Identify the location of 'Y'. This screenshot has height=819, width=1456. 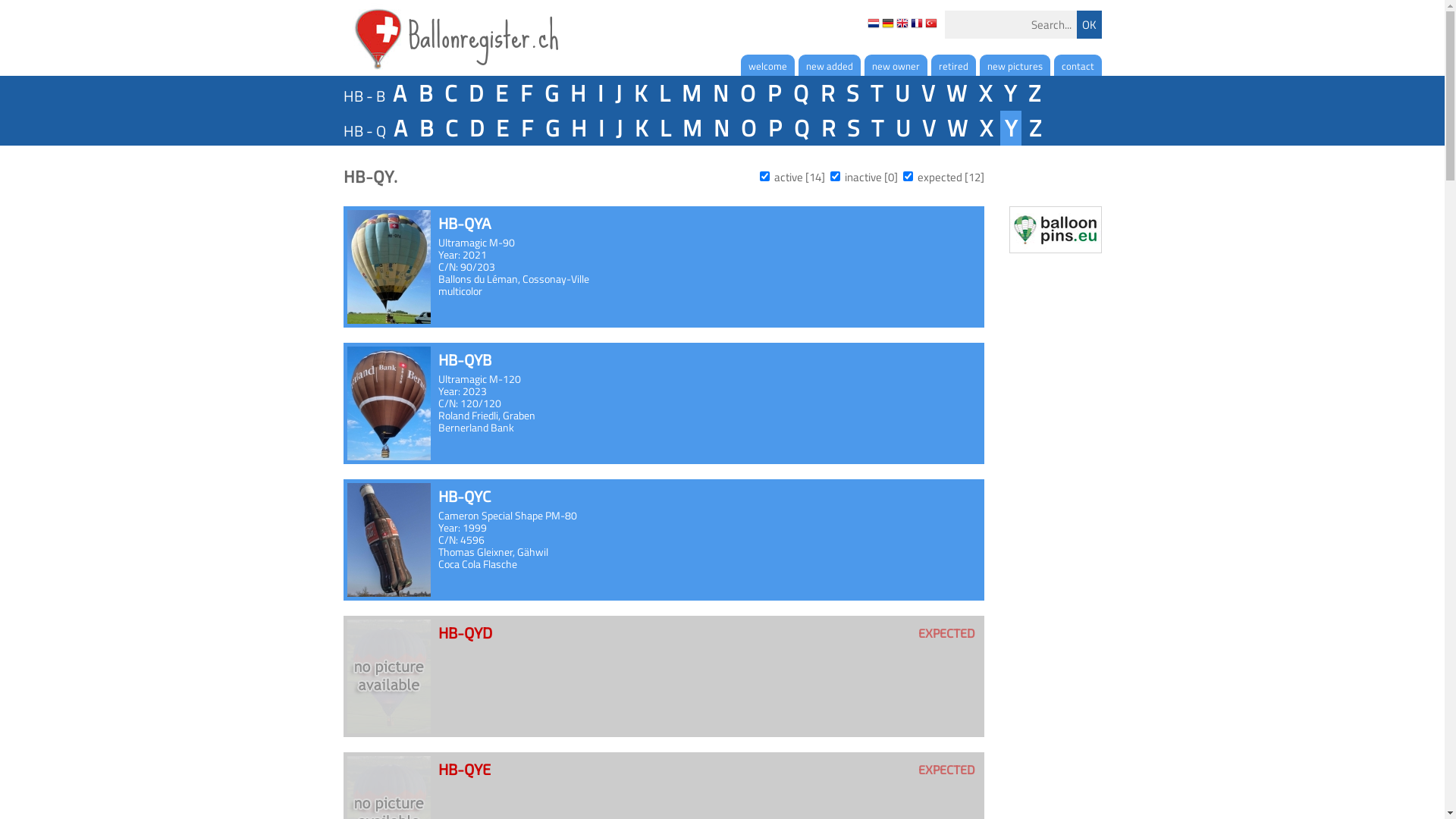
(999, 127).